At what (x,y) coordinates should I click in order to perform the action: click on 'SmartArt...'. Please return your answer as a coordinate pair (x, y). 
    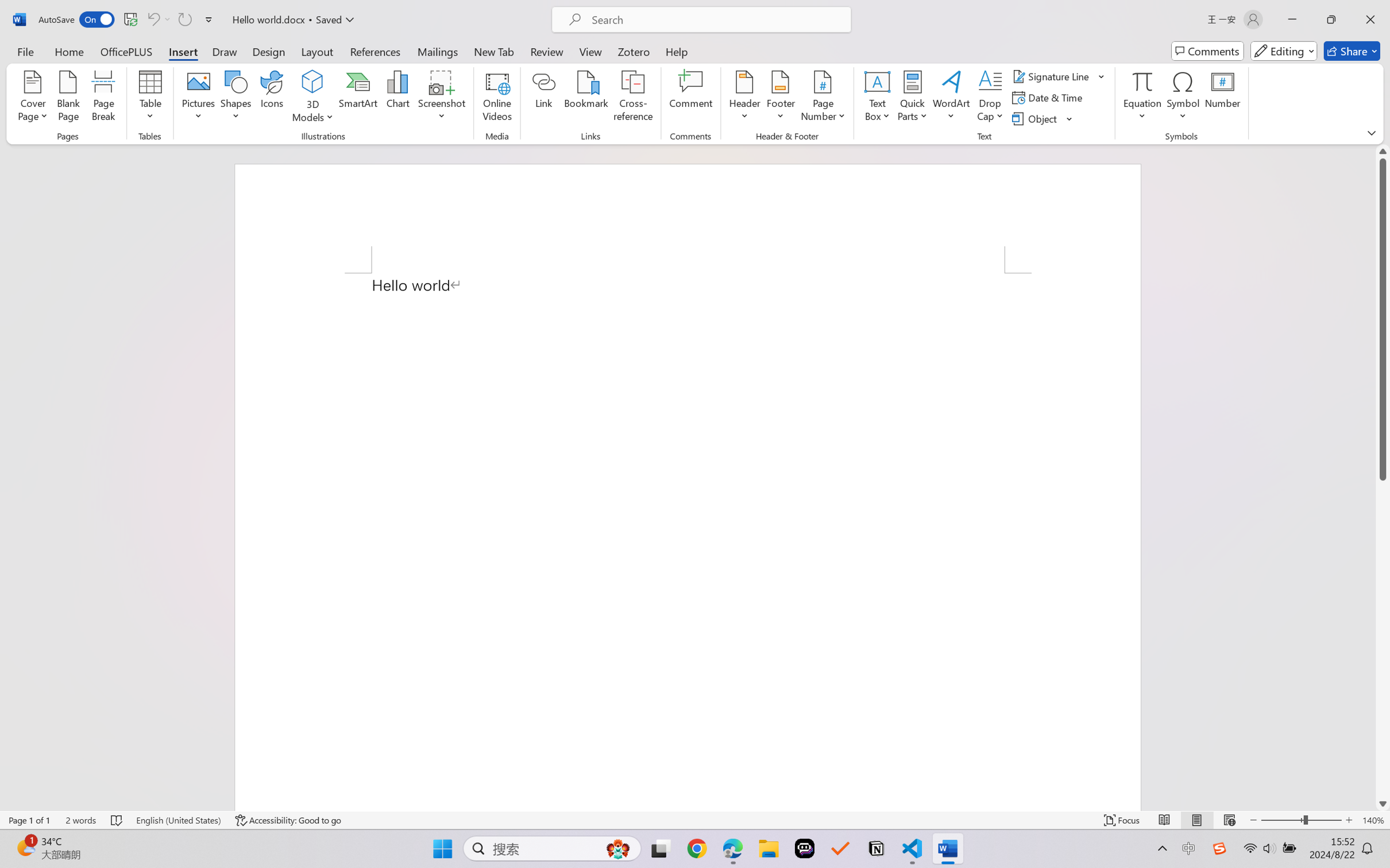
    Looking at the image, I should click on (358, 98).